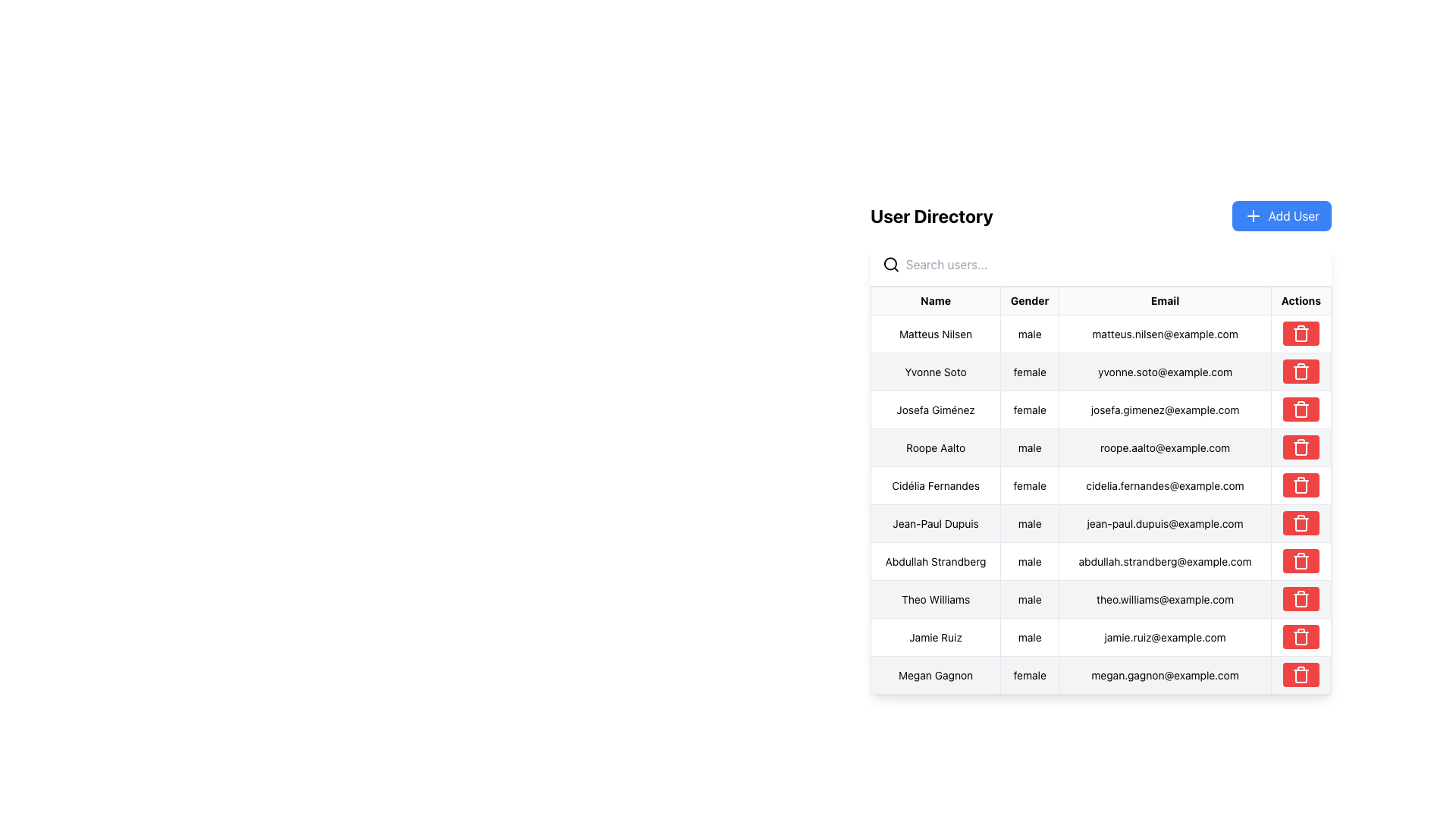 The image size is (1456, 819). What do you see at coordinates (1300, 333) in the screenshot?
I see `the Delete button with a red background and trash can icon located in the fourth column under the 'Actions' header for the user 'Matteus Nilsen'` at bounding box center [1300, 333].